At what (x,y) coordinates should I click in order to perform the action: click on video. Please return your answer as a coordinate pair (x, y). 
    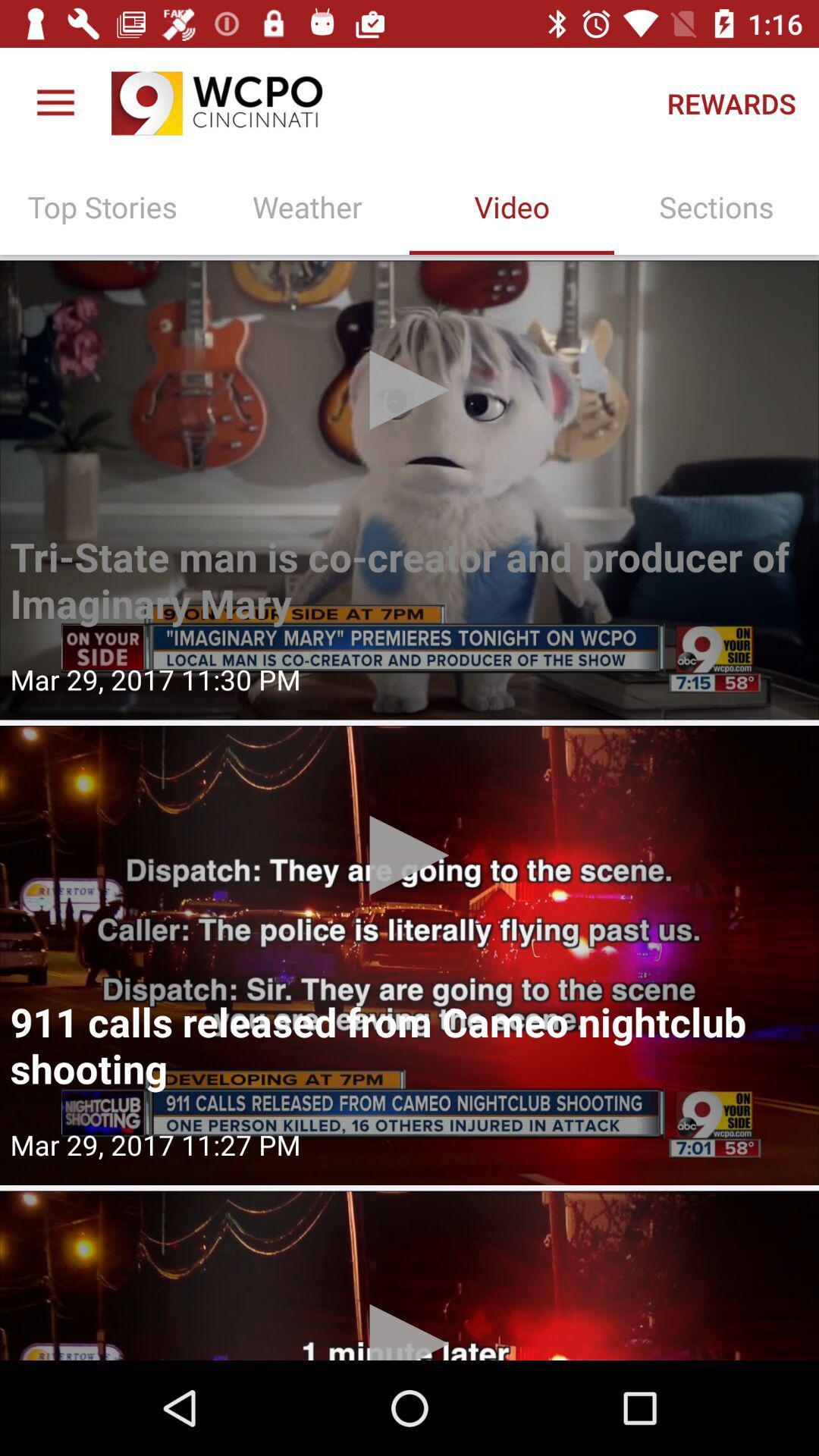
    Looking at the image, I should click on (409, 490).